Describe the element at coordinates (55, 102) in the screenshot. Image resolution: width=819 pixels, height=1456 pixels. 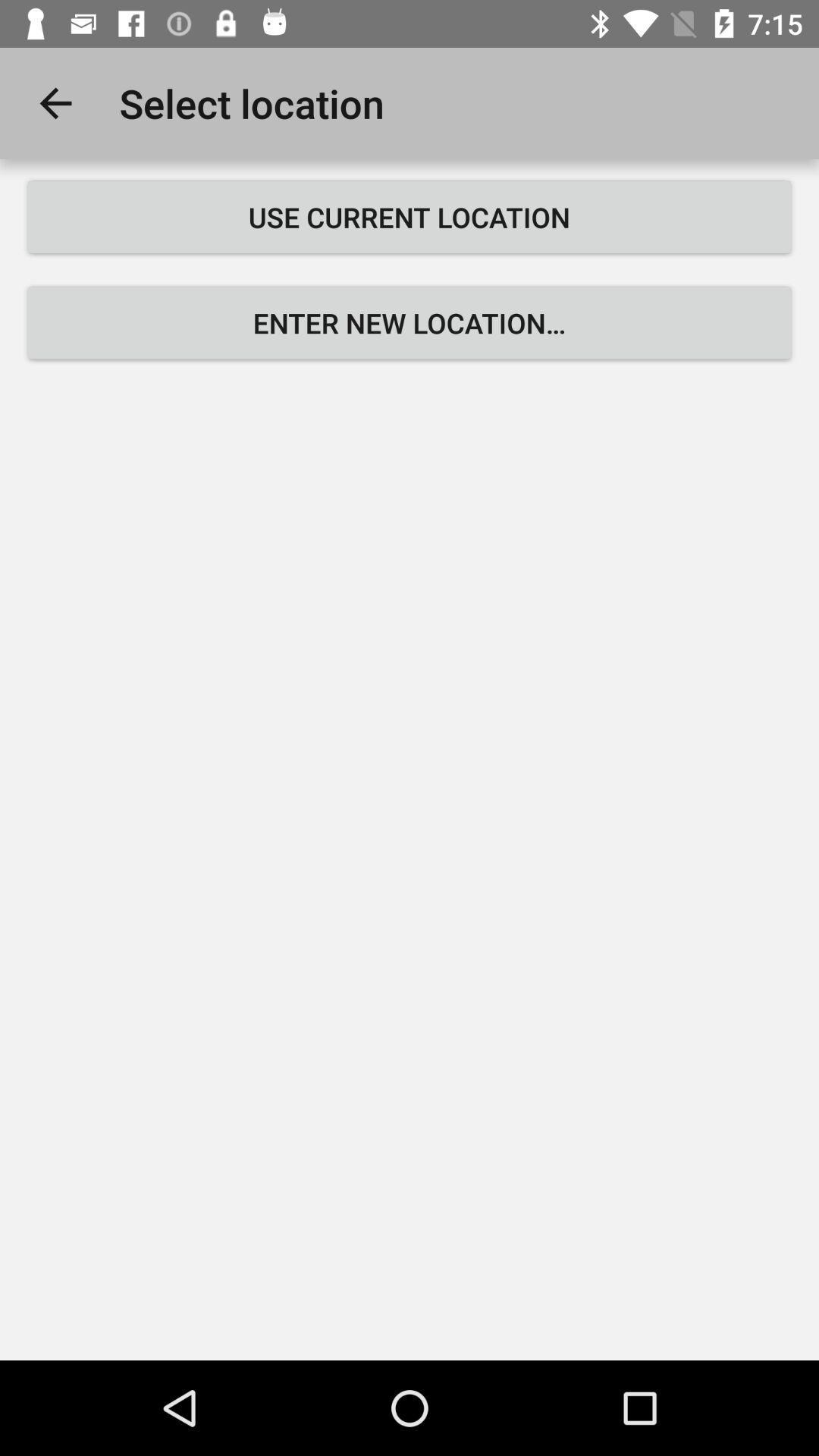
I see `item above use current location icon` at that location.